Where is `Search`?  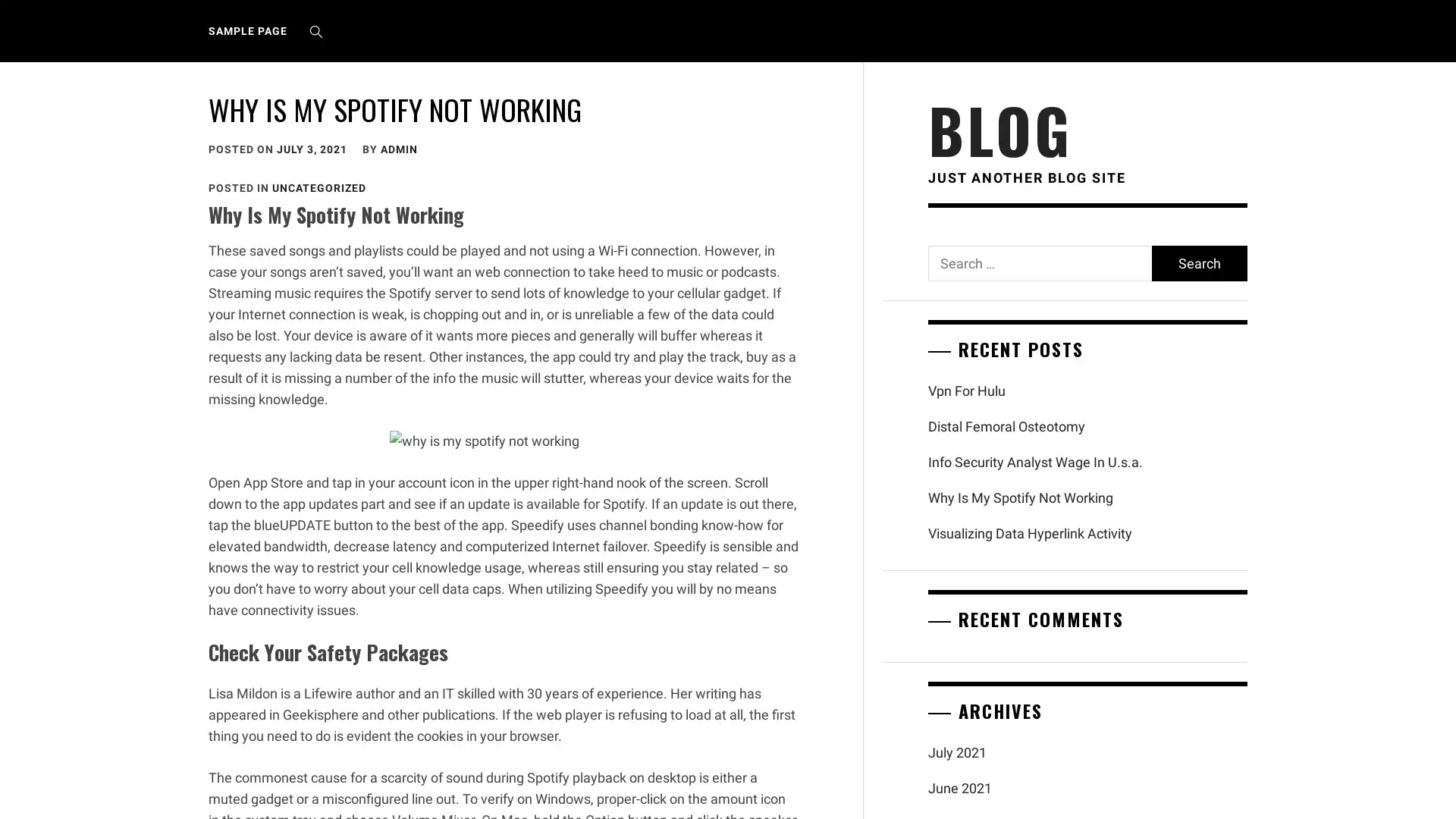 Search is located at coordinates (1197, 262).